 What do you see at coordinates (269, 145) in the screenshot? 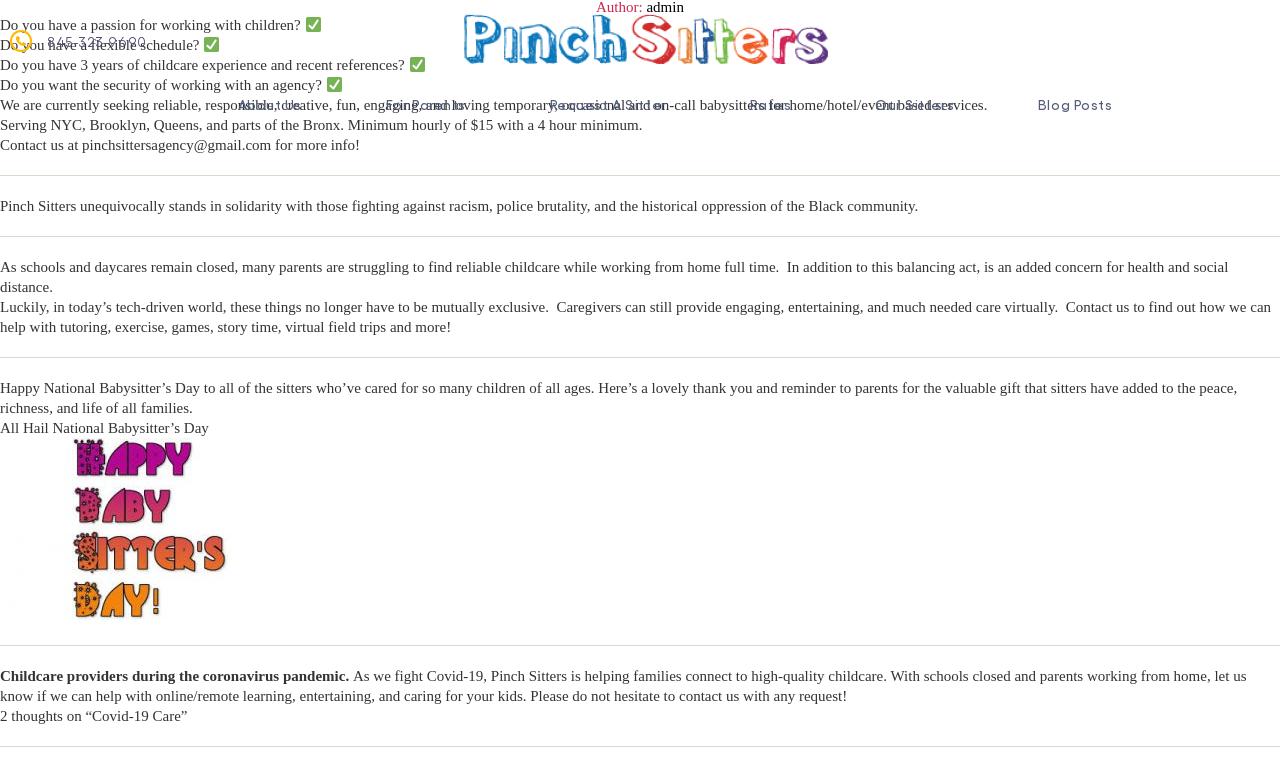
I see `'for more info!'` at bounding box center [269, 145].